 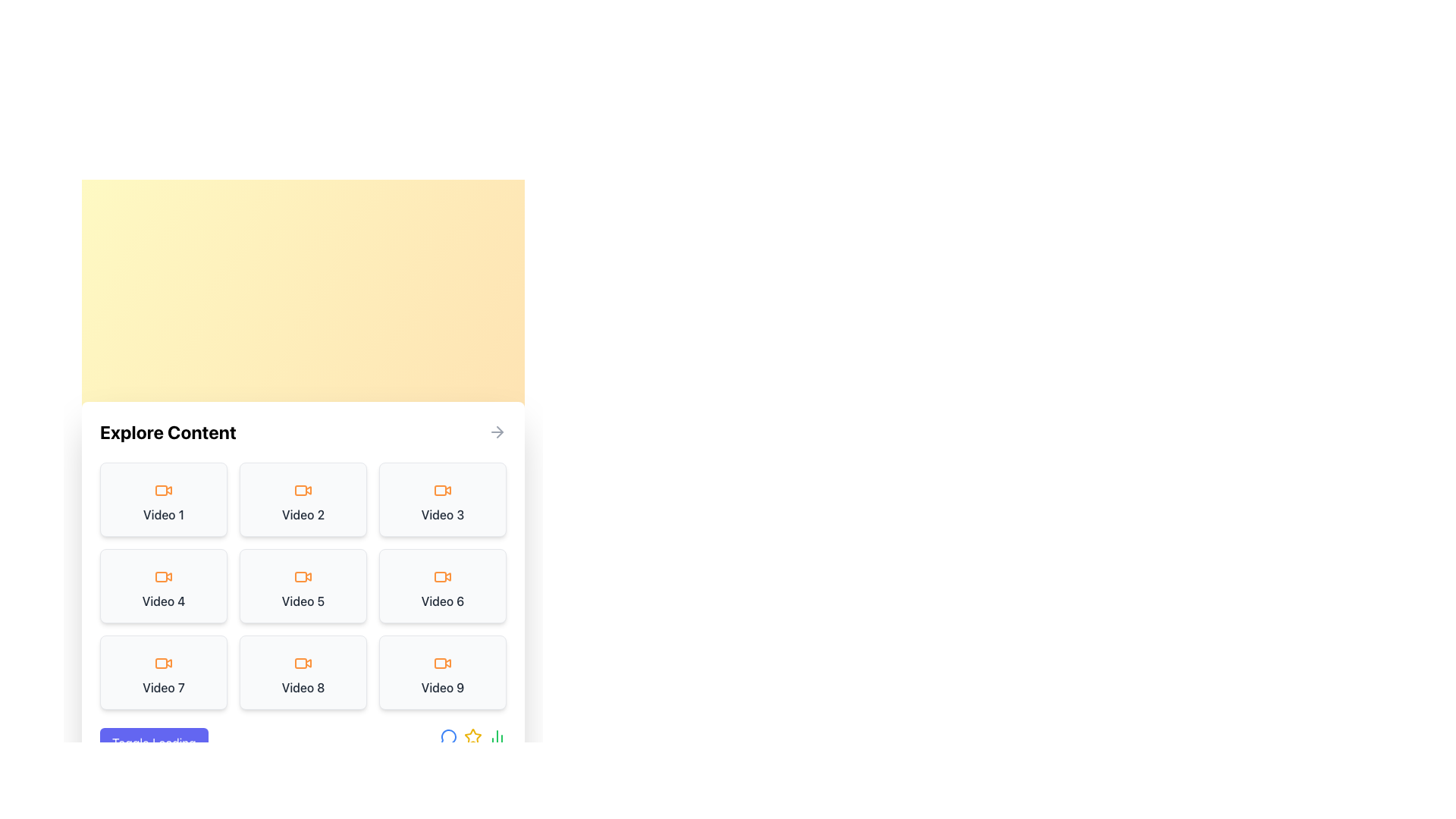 What do you see at coordinates (303, 500) in the screenshot?
I see `to select the card labeled 'Video 2', which is the second item in a grid layout, featuring a light gray background, rounded corners, and an orange video camera icon at the top` at bounding box center [303, 500].